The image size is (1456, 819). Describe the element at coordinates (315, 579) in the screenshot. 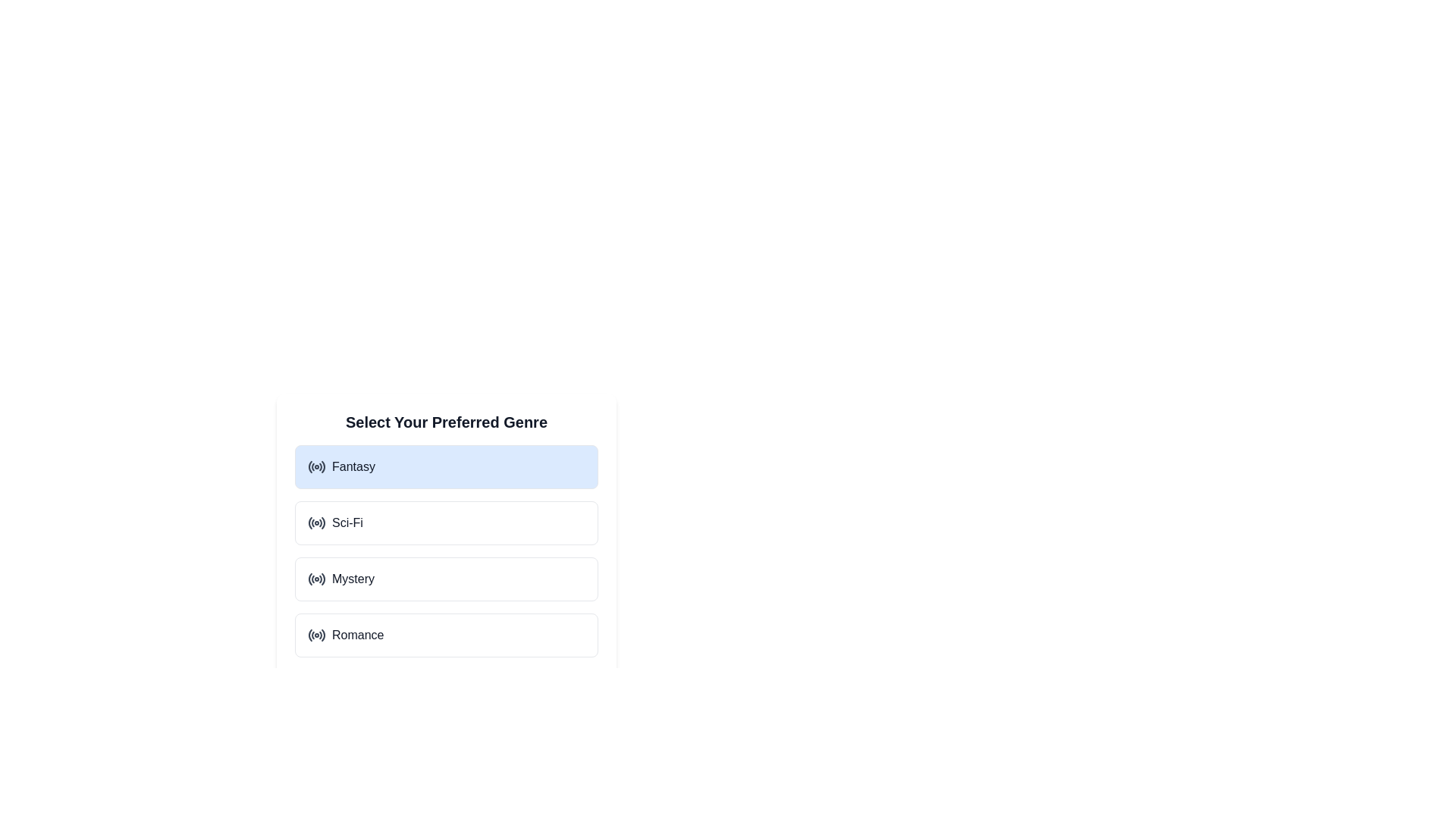

I see `the radio button icon` at that location.